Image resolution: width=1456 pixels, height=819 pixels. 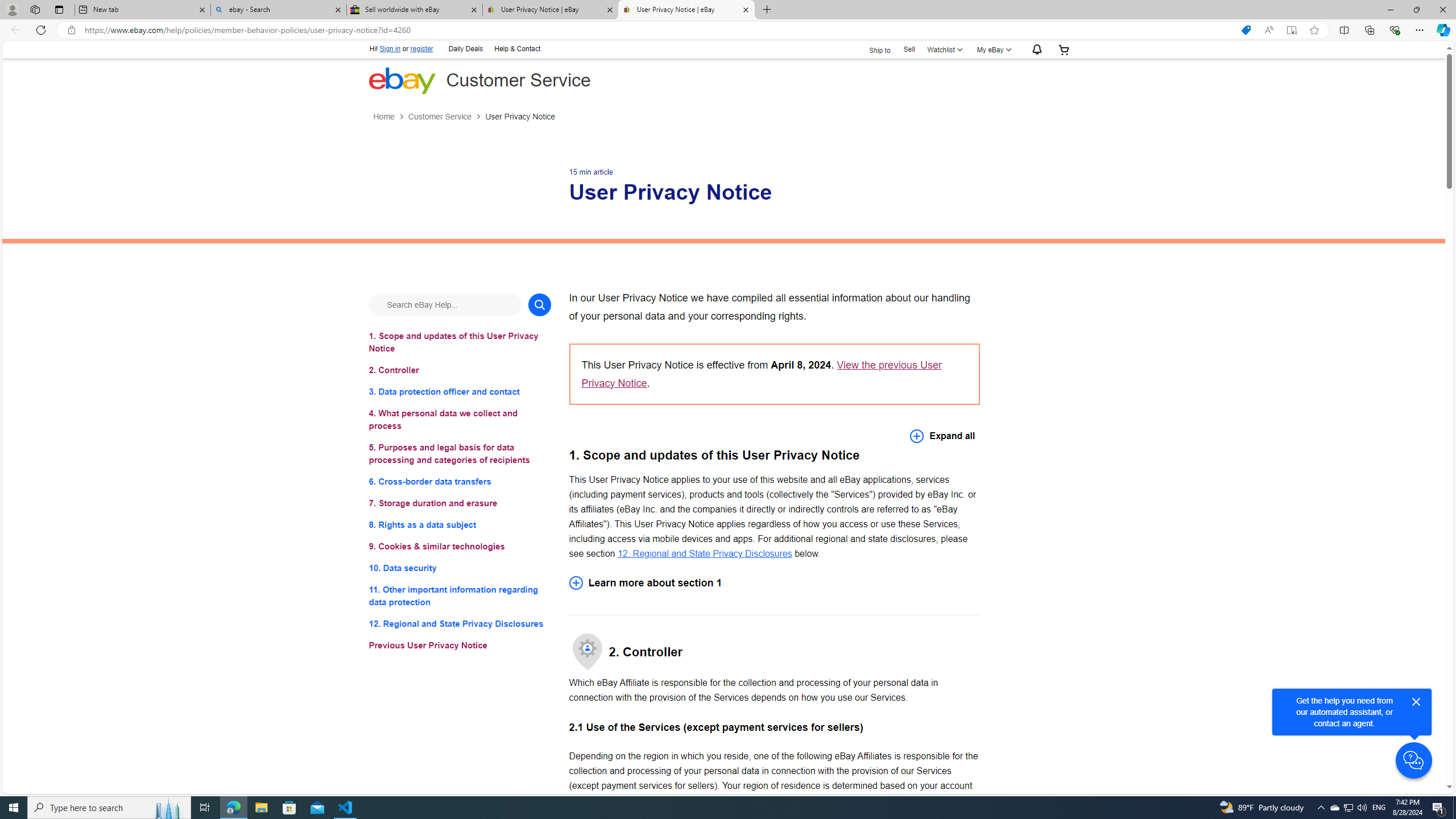 What do you see at coordinates (459, 391) in the screenshot?
I see `'3. Data protection officer and contact'` at bounding box center [459, 391].